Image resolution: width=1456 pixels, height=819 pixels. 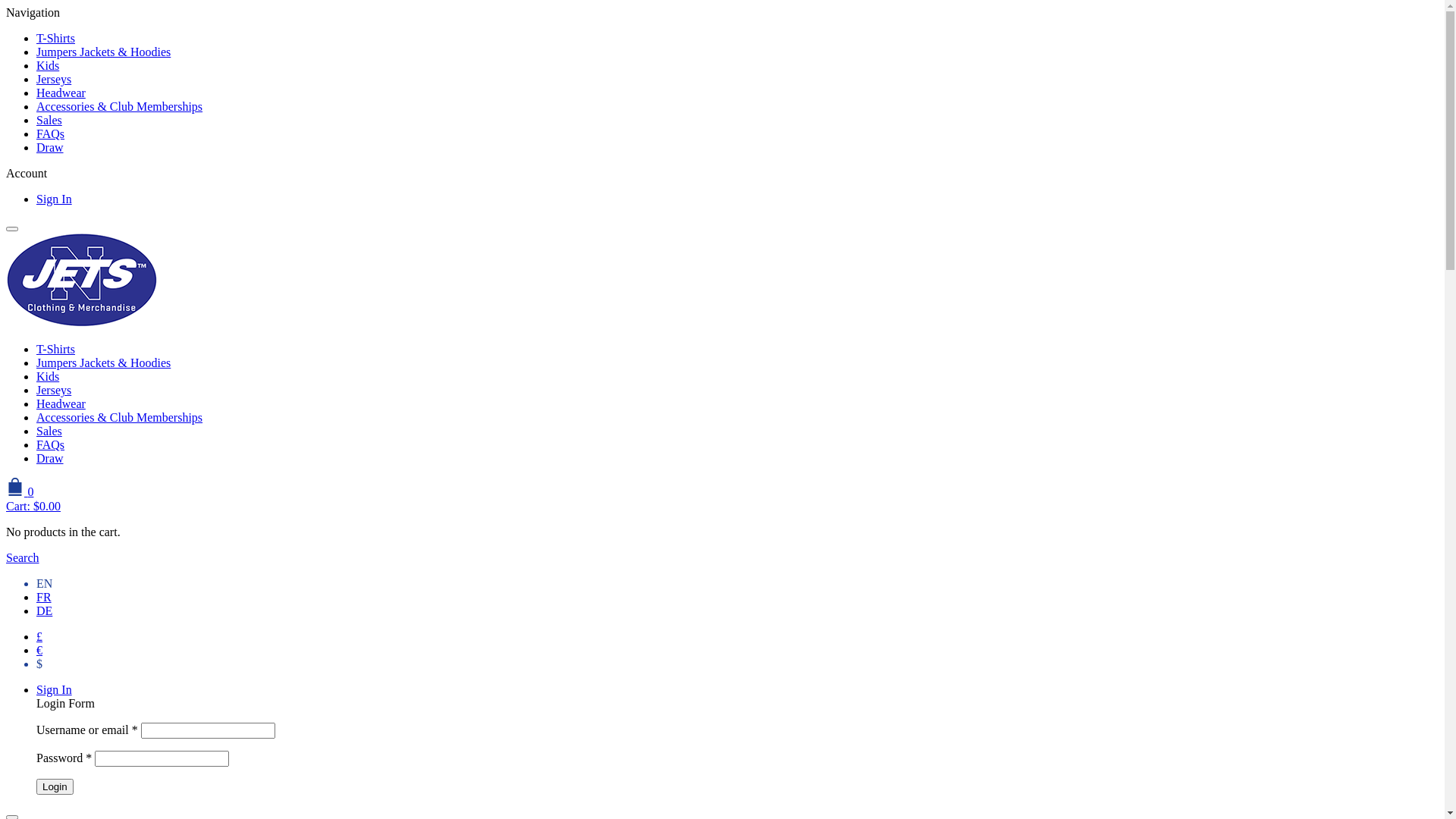 I want to click on 'Jumpers Jackets & Hoodies', so click(x=102, y=362).